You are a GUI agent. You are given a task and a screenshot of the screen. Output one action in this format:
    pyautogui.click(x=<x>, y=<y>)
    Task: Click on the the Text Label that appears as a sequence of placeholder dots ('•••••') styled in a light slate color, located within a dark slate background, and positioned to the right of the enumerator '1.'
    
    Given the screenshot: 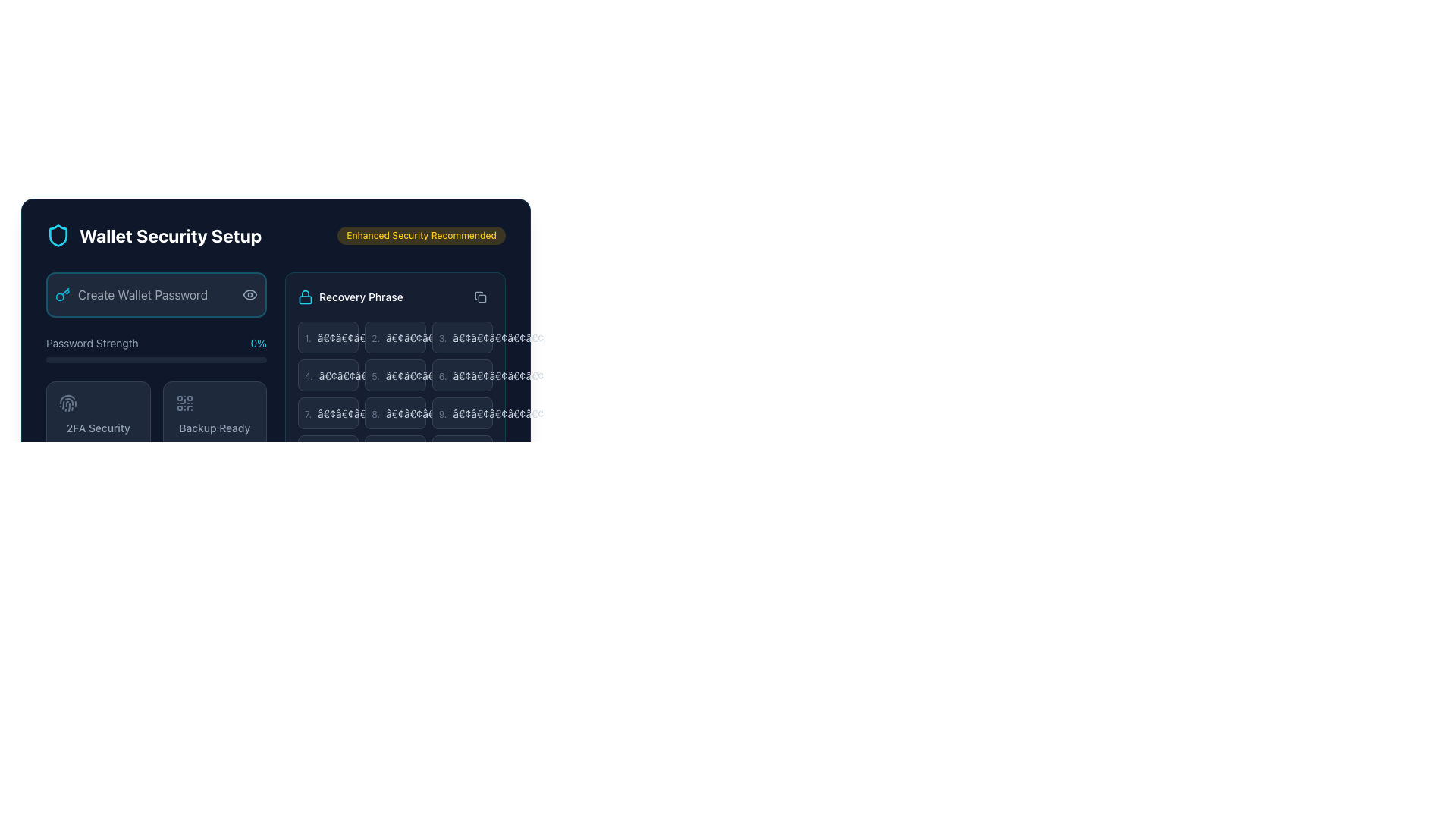 What is the action you would take?
    pyautogui.click(x=362, y=337)
    